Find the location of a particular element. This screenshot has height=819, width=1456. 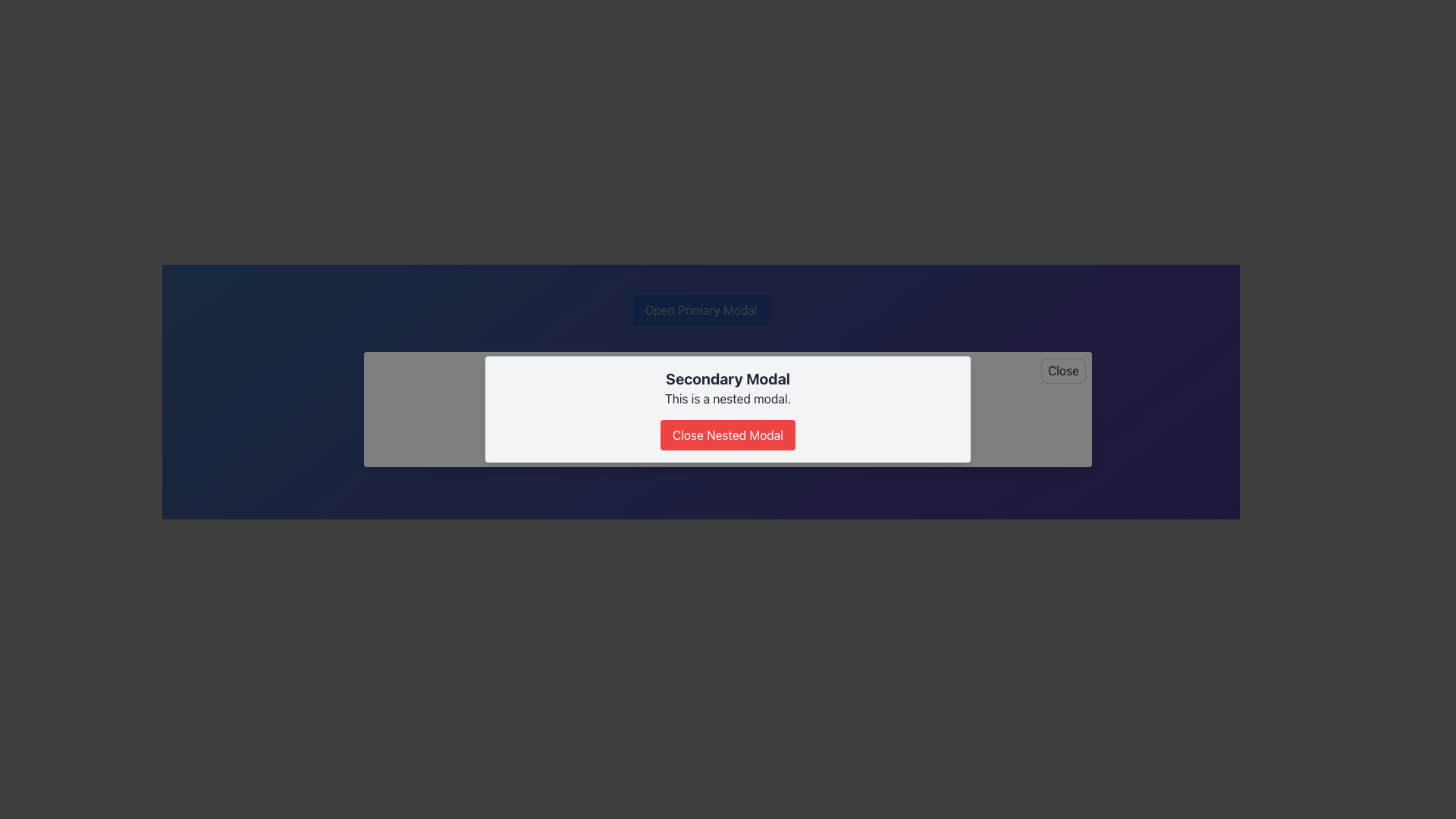

the 'Close Nested Modal' button, which has a bright red background and white text, located at the bottom of the 'Secondary Modal' is located at coordinates (728, 435).